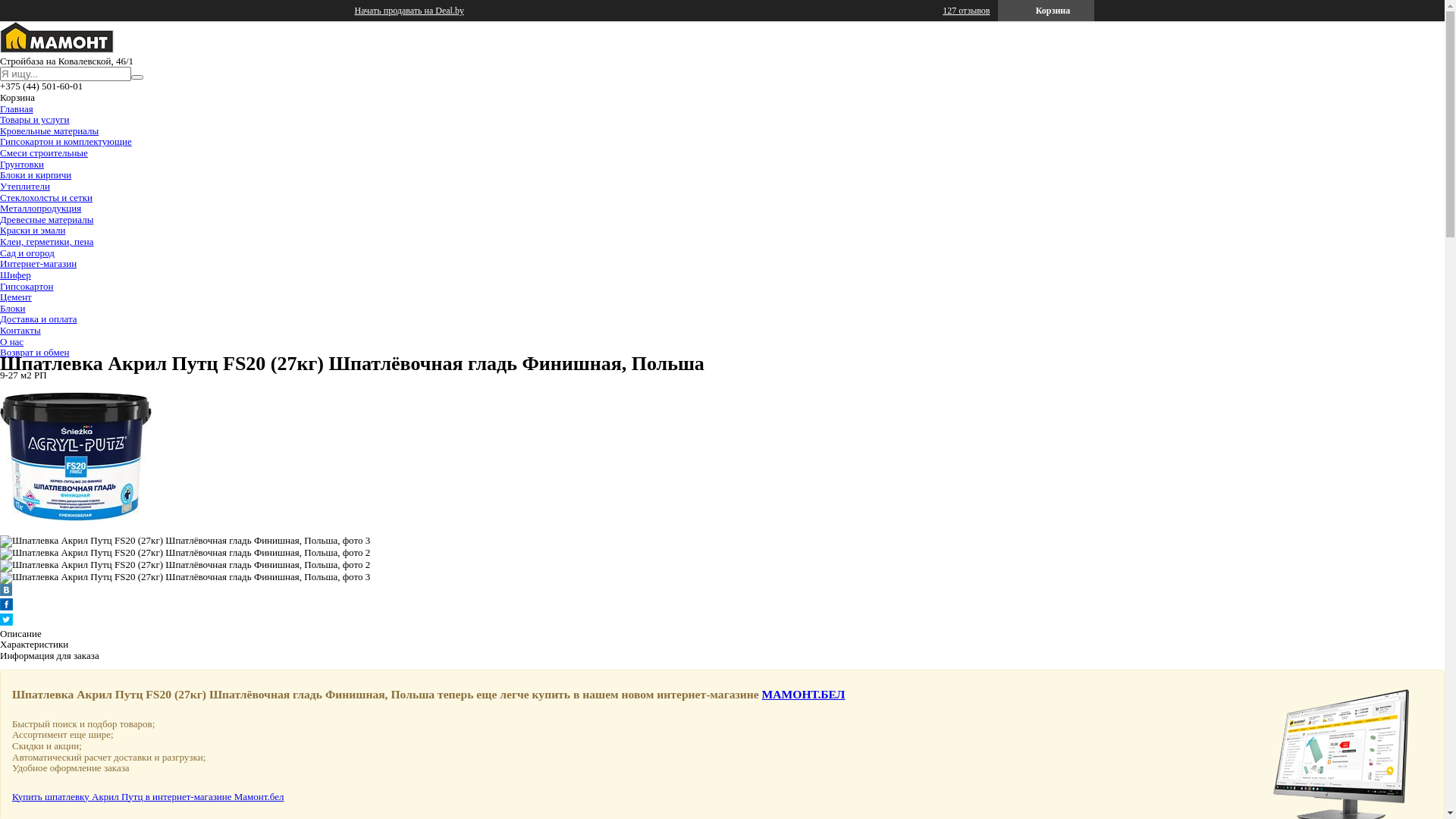  Describe the element at coordinates (0, 622) in the screenshot. I see `'twitter'` at that location.